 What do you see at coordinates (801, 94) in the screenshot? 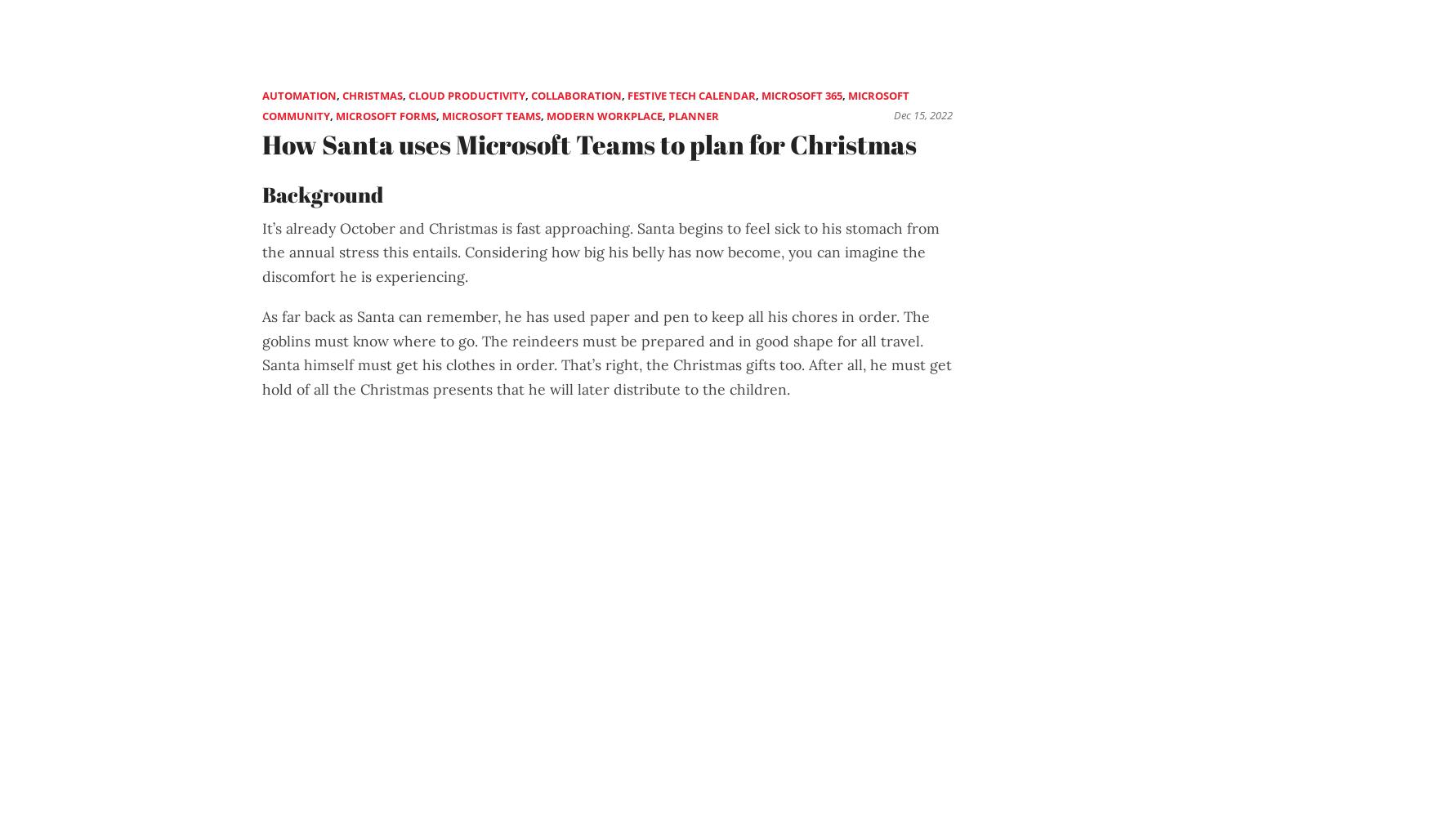
I see `'Microsoft 365'` at bounding box center [801, 94].